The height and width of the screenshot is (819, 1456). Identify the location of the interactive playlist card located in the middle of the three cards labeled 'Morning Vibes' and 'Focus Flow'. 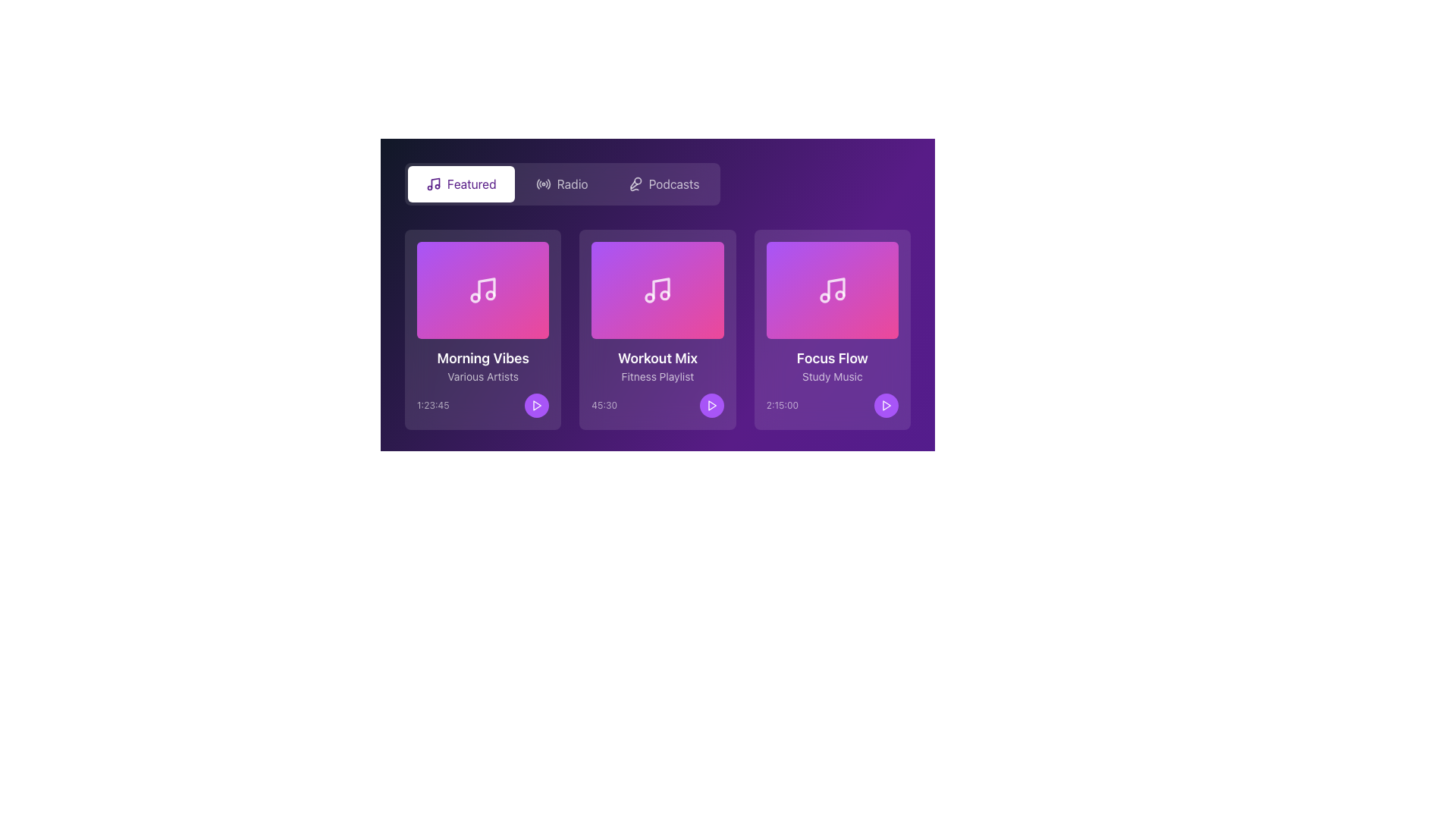
(657, 329).